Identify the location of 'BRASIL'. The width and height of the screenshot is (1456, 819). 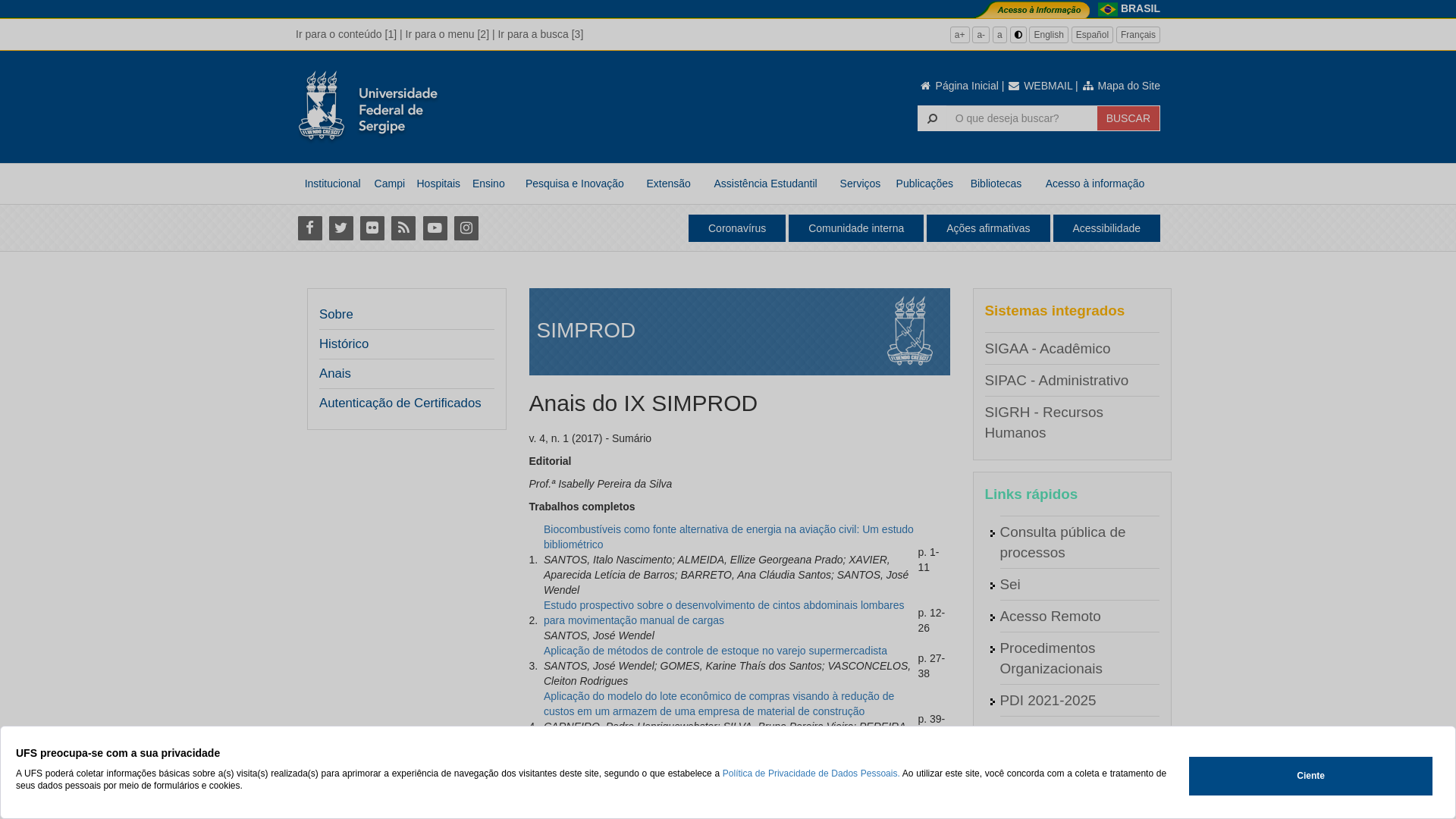
(1140, 8).